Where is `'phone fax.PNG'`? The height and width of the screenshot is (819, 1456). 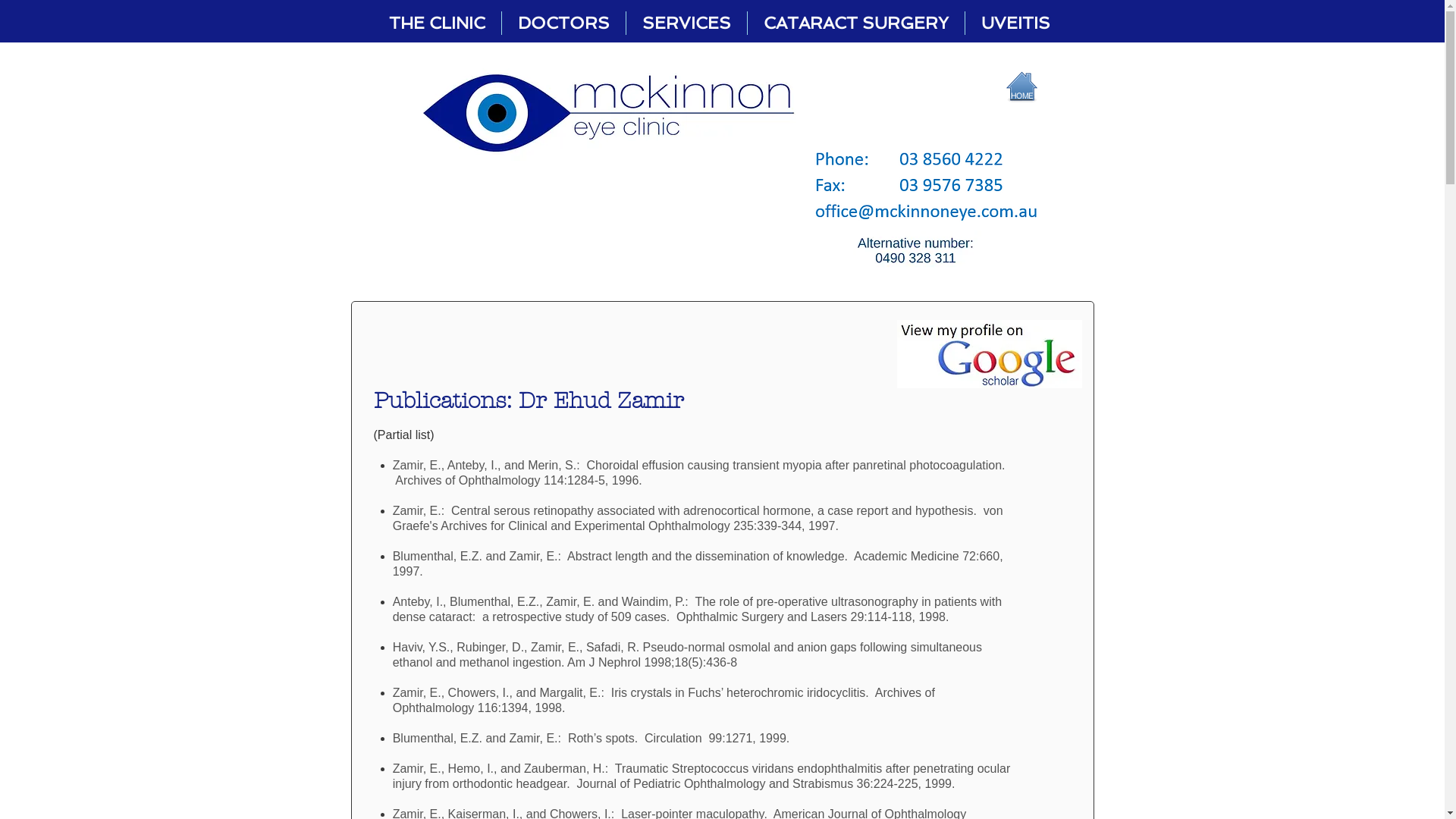
'phone fax.PNG' is located at coordinates (926, 186).